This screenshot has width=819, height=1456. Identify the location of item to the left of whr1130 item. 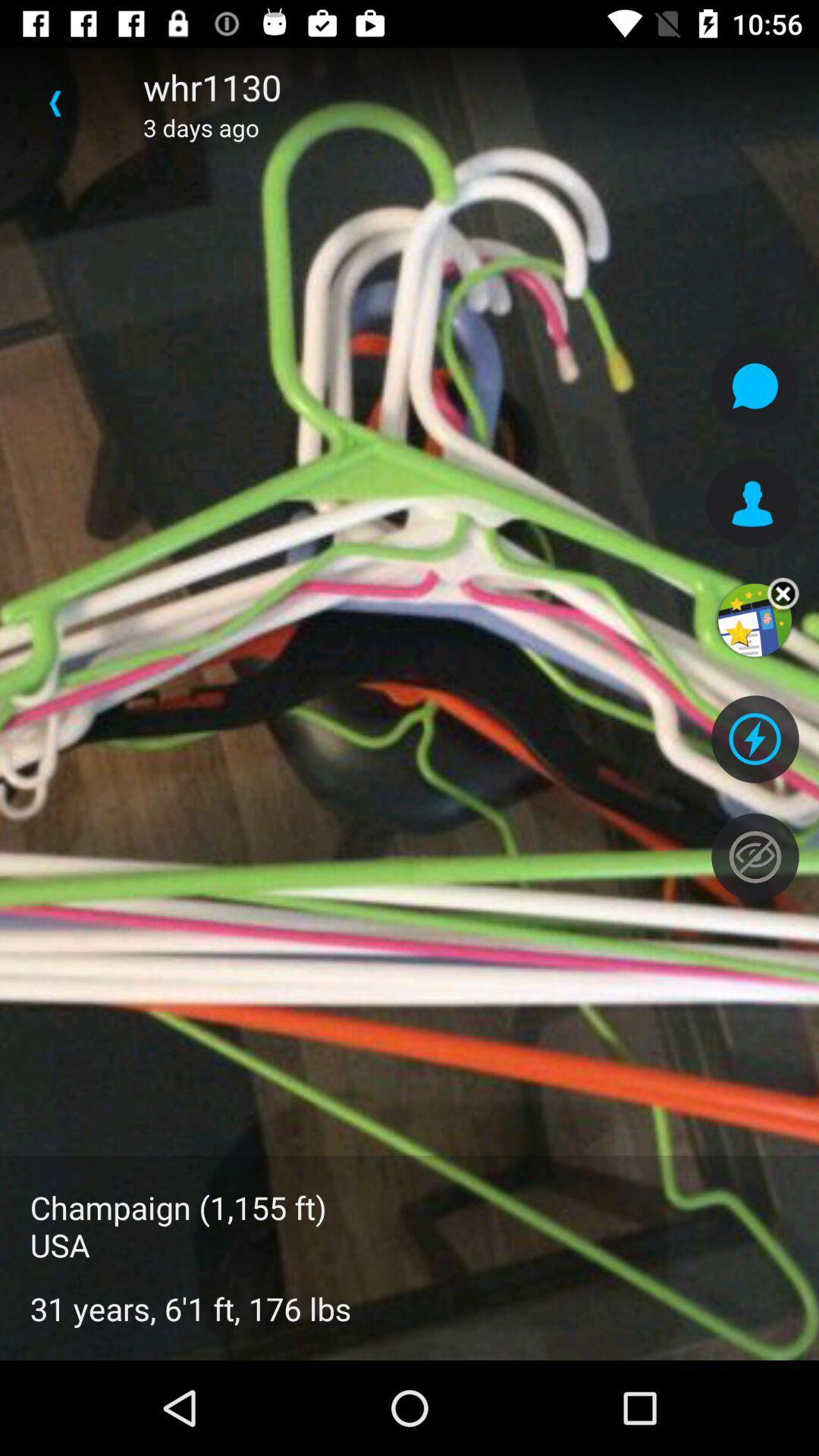
(55, 102).